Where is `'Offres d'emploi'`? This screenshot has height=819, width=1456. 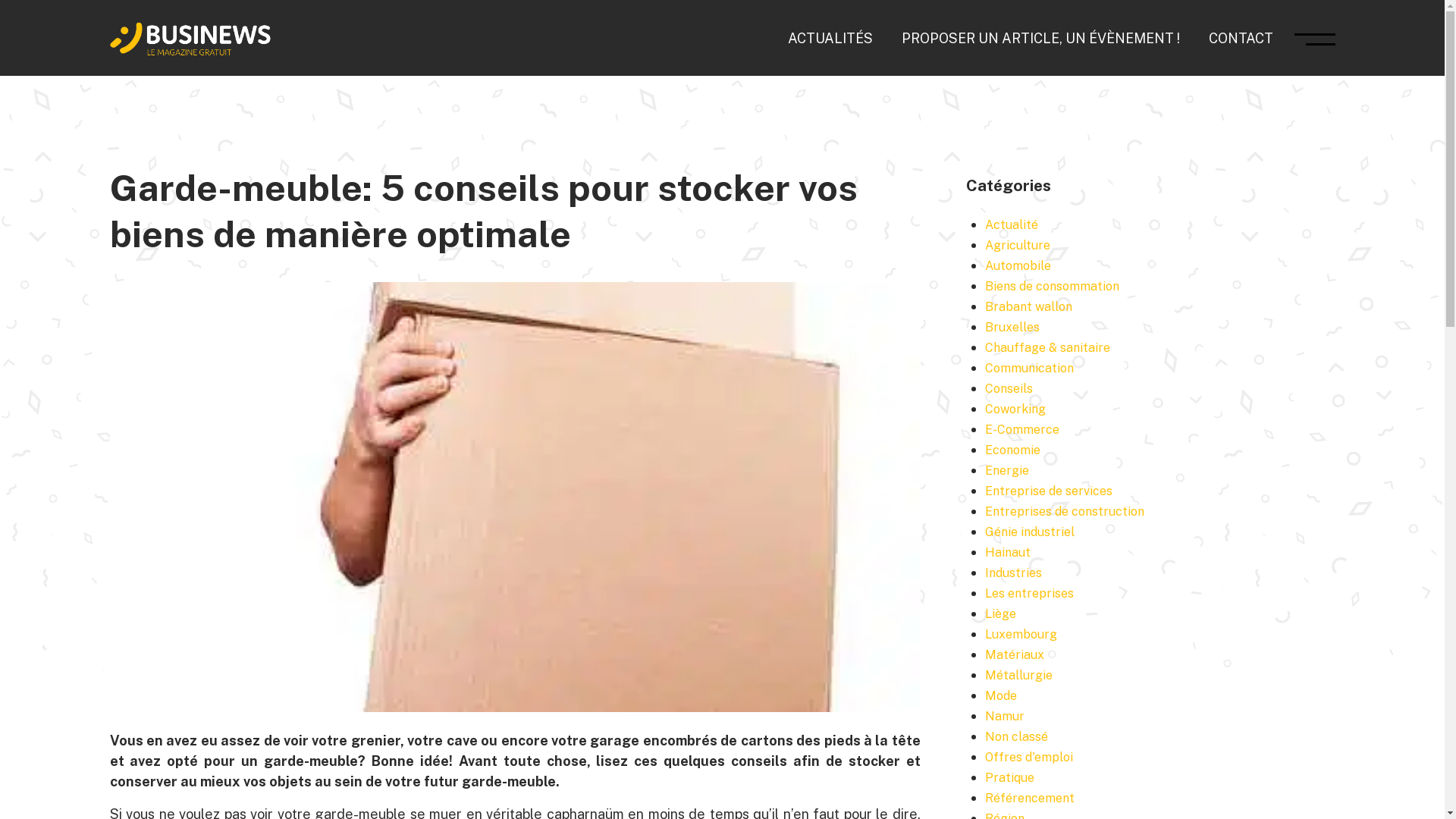 'Offres d'emploi' is located at coordinates (1029, 757).